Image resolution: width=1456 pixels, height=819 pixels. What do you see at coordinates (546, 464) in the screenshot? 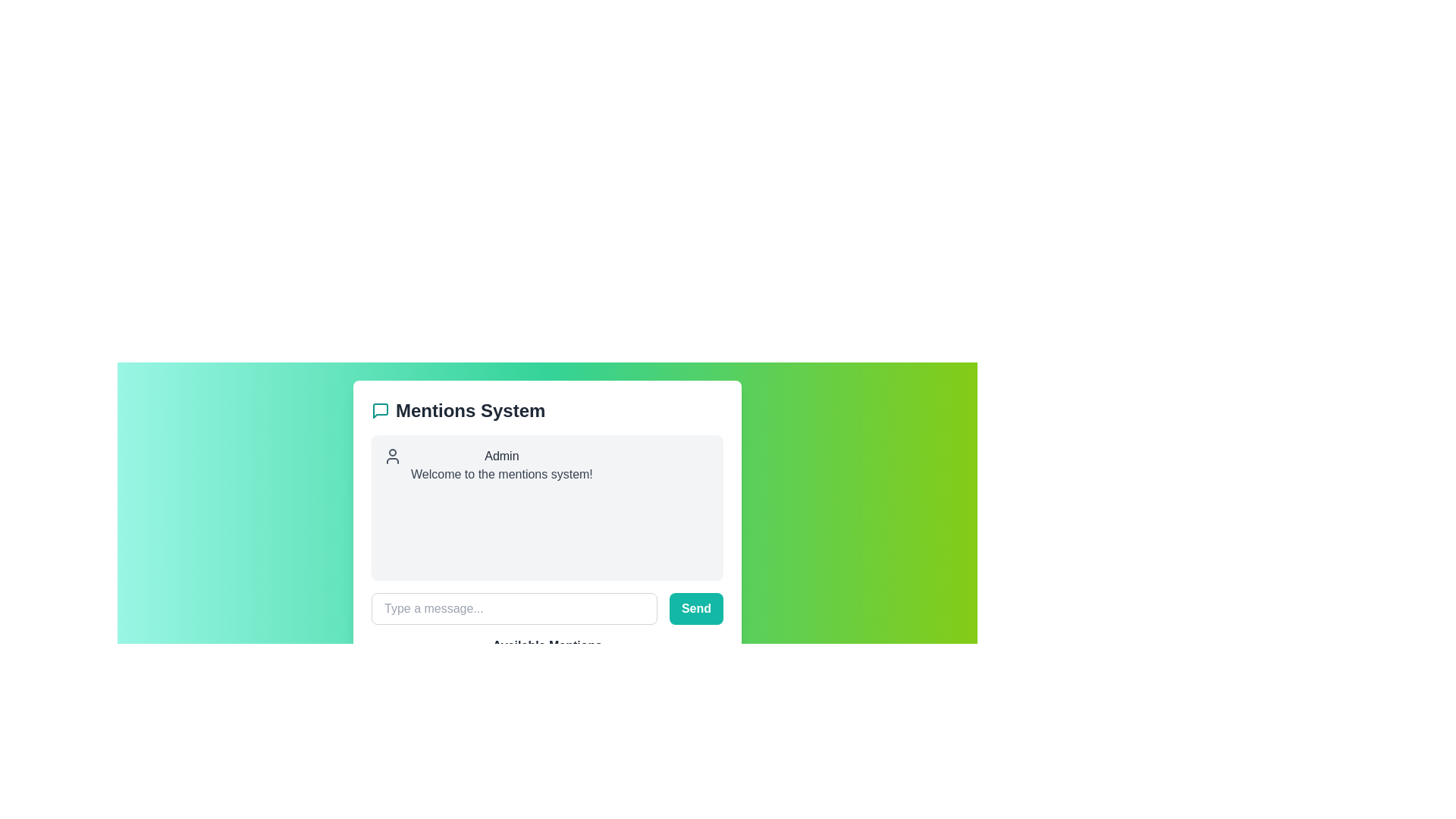
I see `the username in the User mention component or notification block that displays the Admin role` at bounding box center [546, 464].